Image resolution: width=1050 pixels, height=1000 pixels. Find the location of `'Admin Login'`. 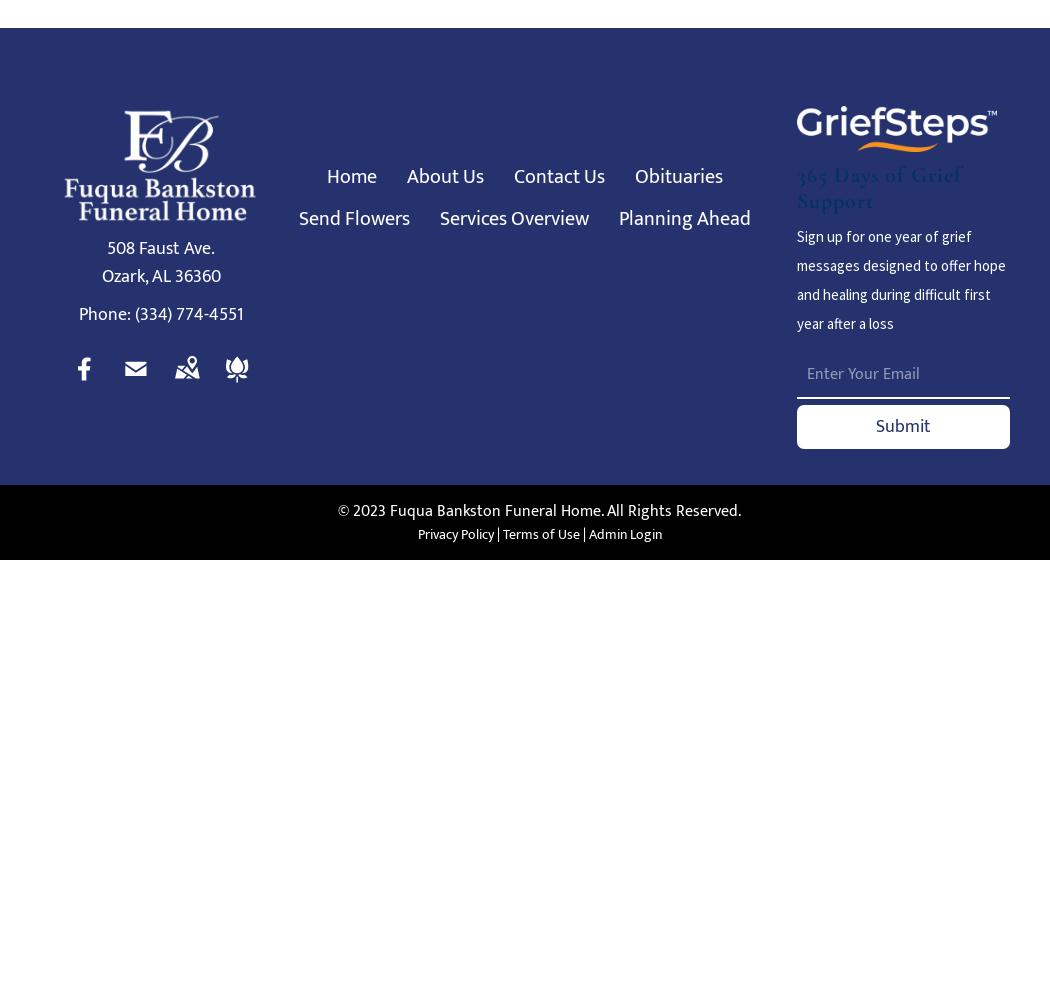

'Admin Login' is located at coordinates (624, 534).